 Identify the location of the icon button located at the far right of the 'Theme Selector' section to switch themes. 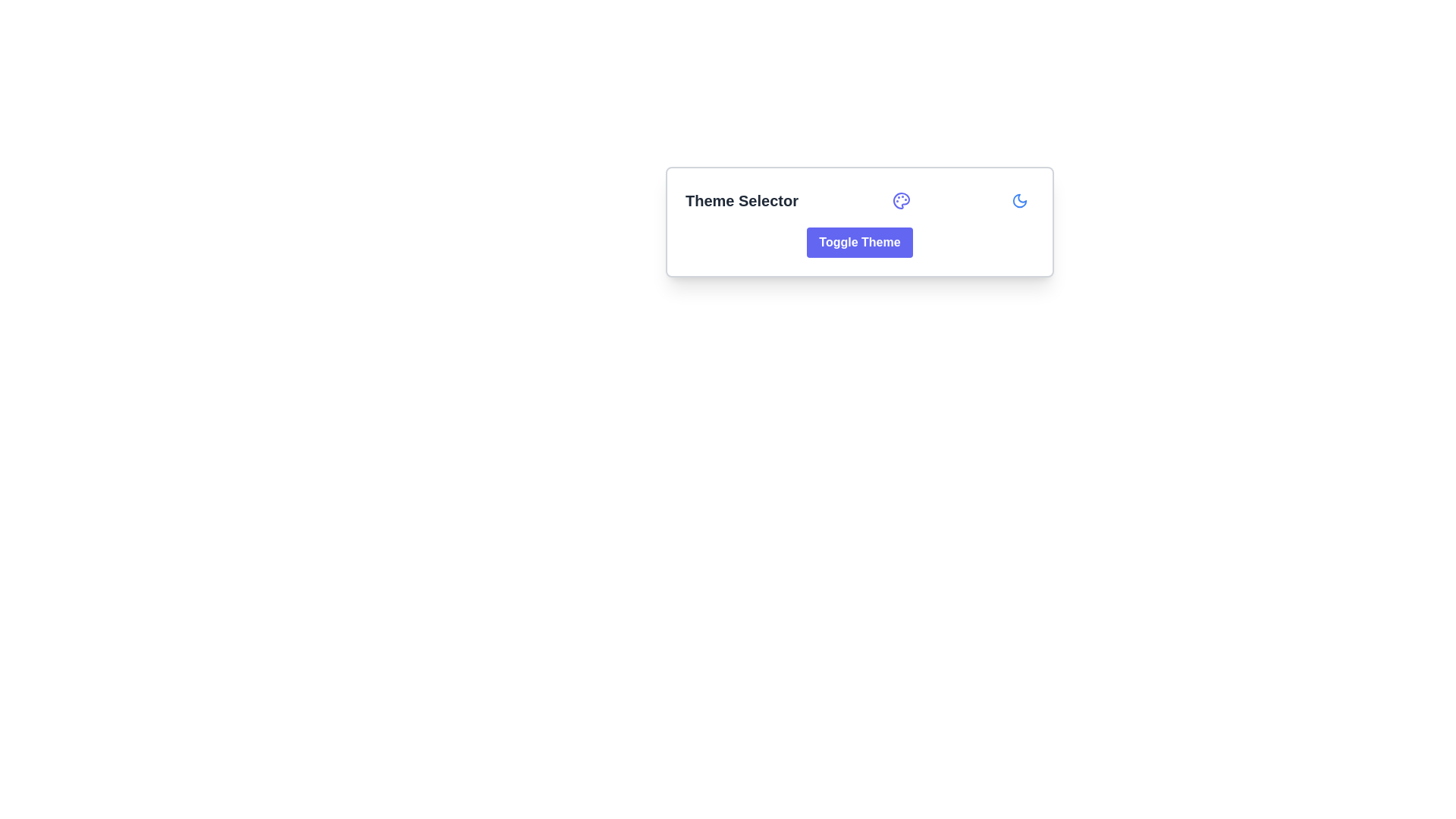
(1019, 200).